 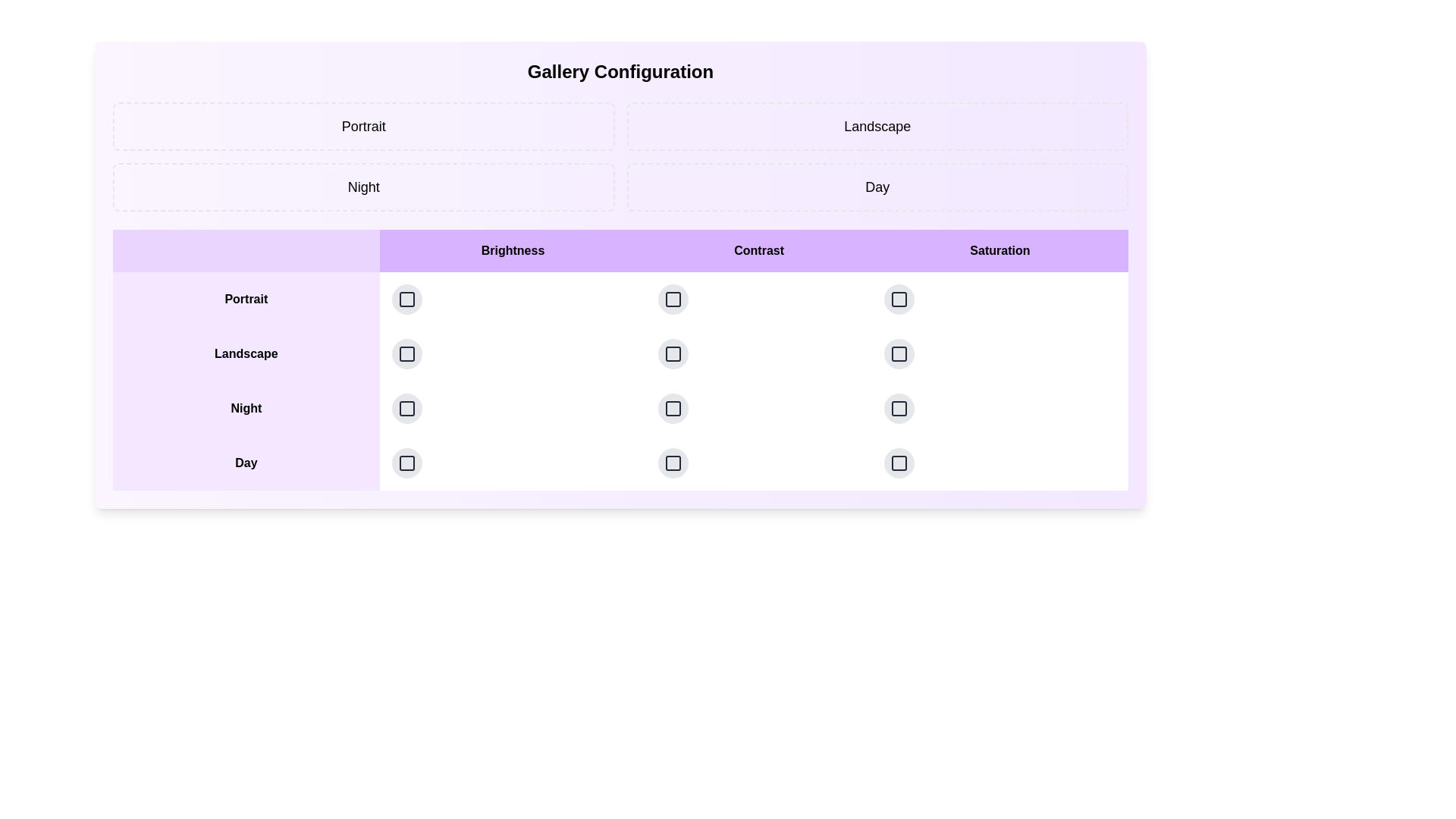 I want to click on the fourth static label in the vertical list of settings labels, which is positioned under a light purple section heading, following 'Portrait', 'Landscape', and 'Night', so click(x=246, y=462).